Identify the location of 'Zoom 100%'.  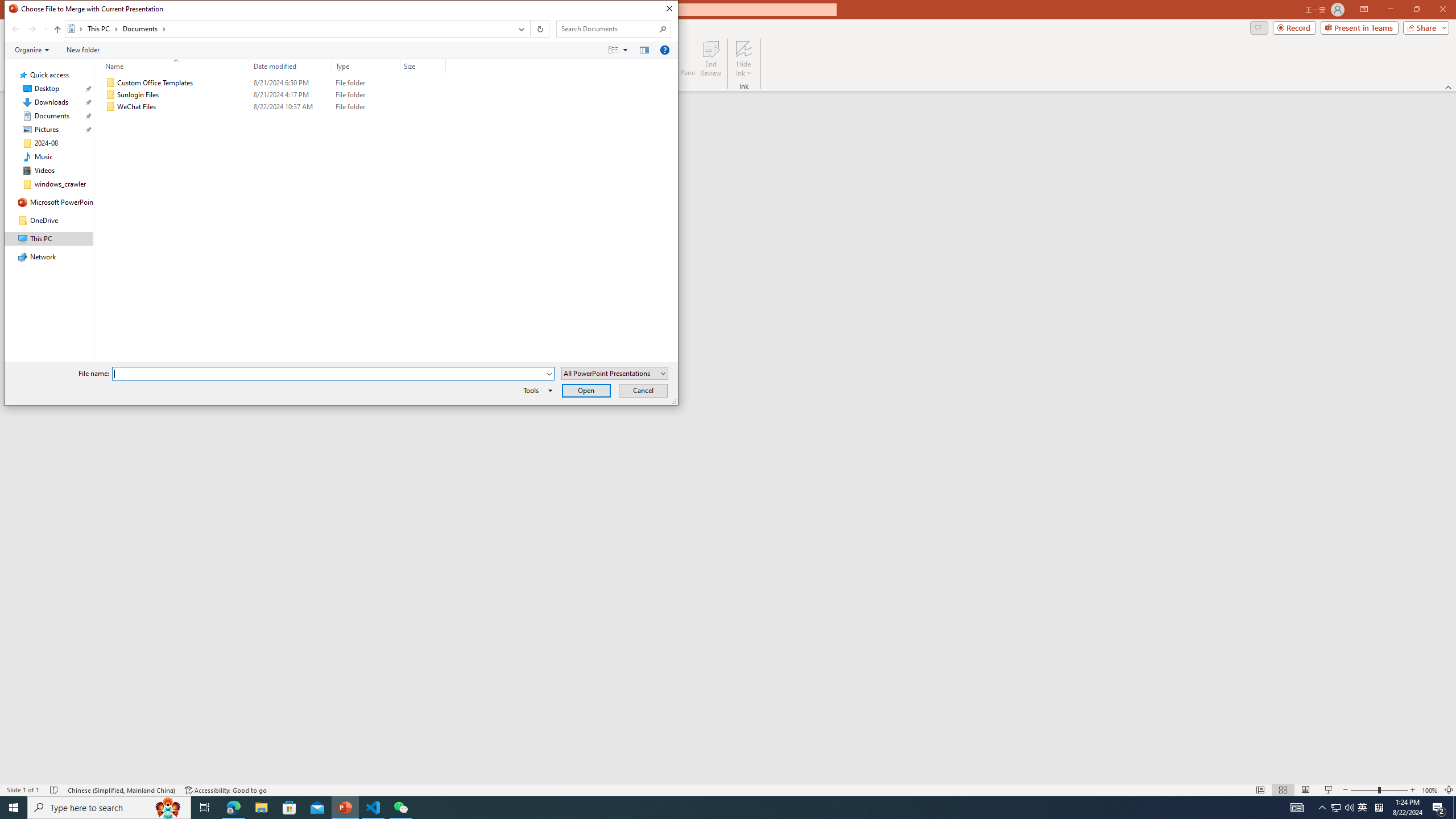
(1430, 790).